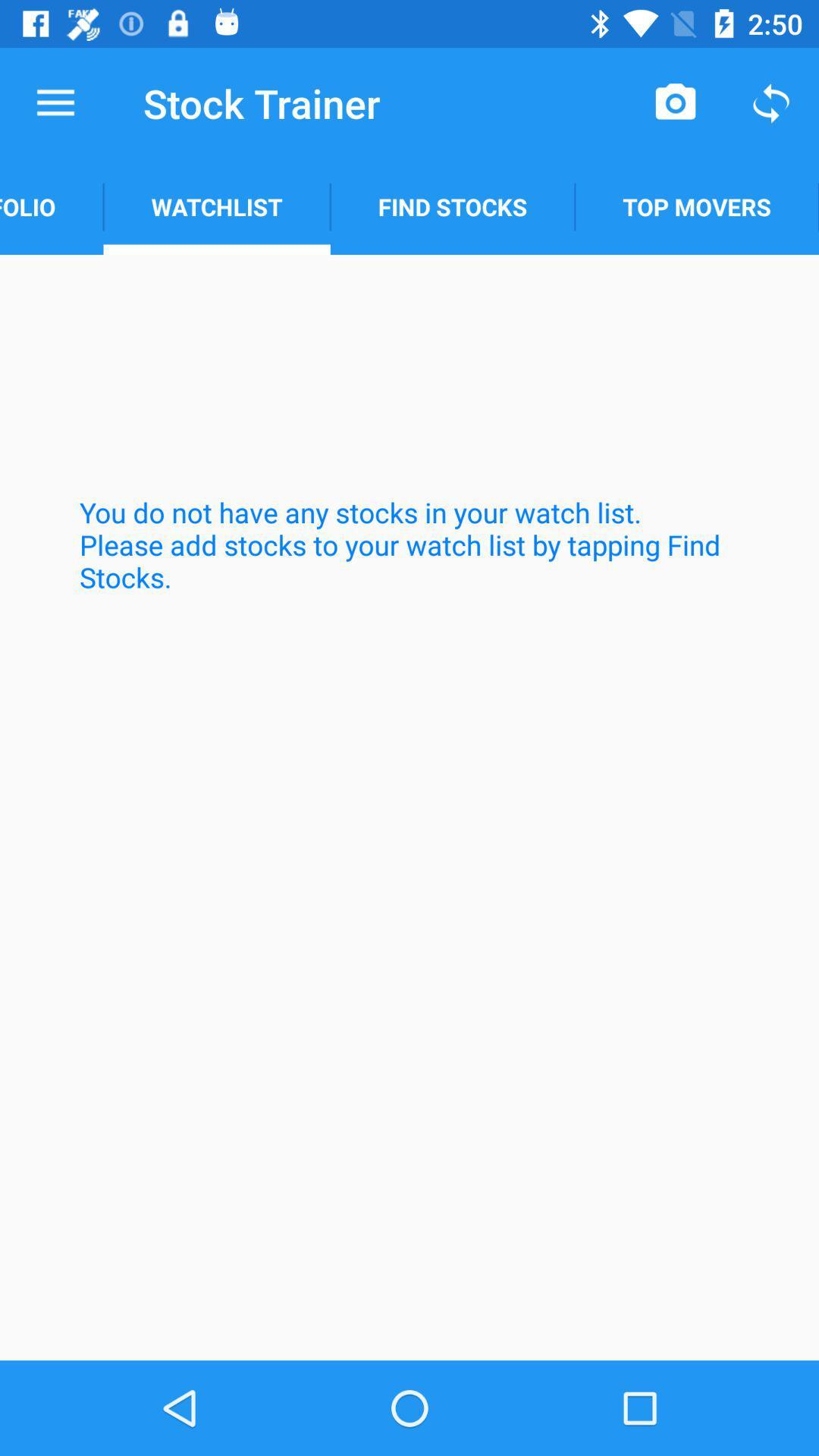 This screenshot has height=1456, width=819. Describe the element at coordinates (217, 206) in the screenshot. I see `app to the left of the find stocks icon` at that location.